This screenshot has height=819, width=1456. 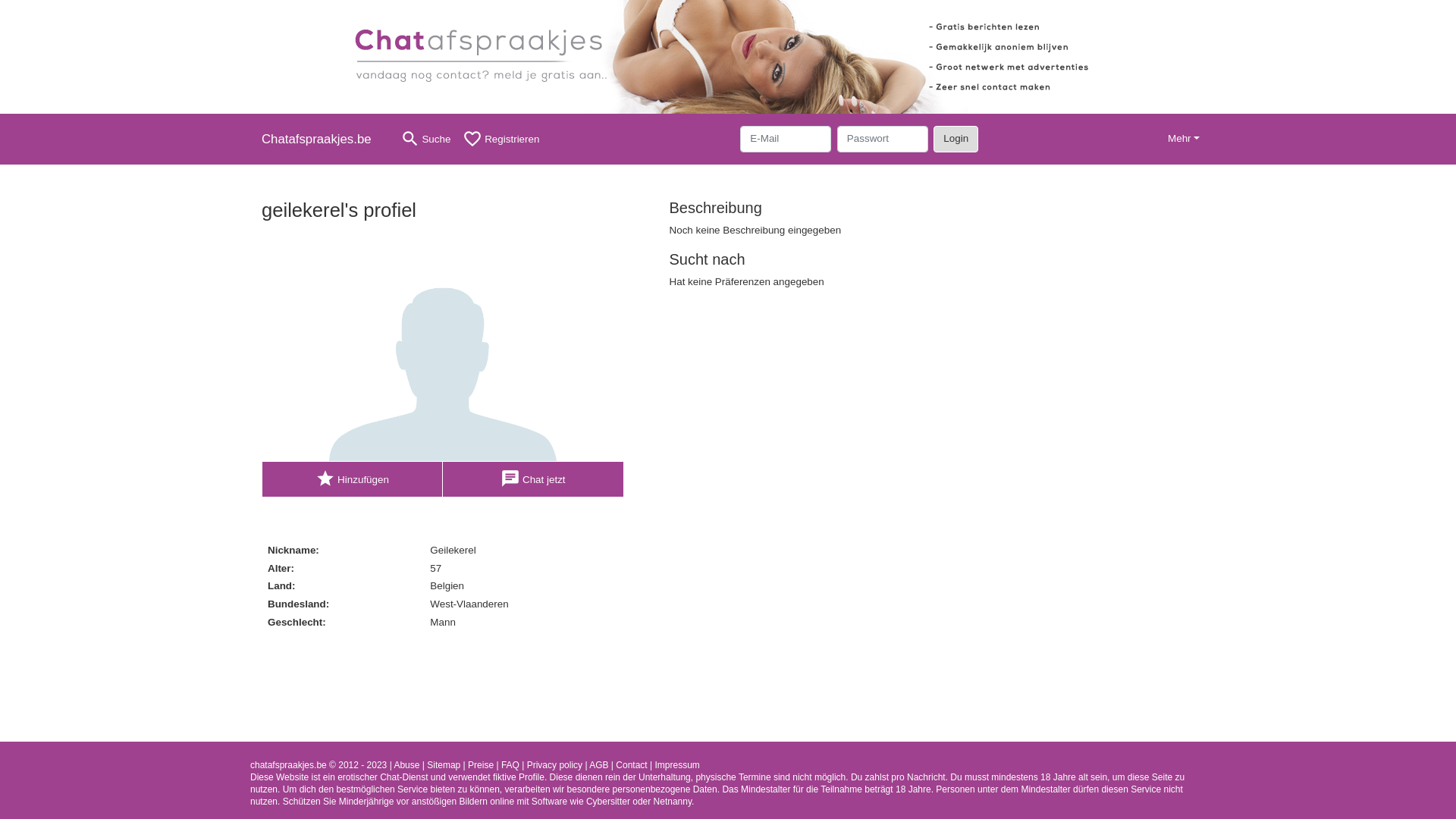 What do you see at coordinates (500, 139) in the screenshot?
I see `'favorite_border` at bounding box center [500, 139].